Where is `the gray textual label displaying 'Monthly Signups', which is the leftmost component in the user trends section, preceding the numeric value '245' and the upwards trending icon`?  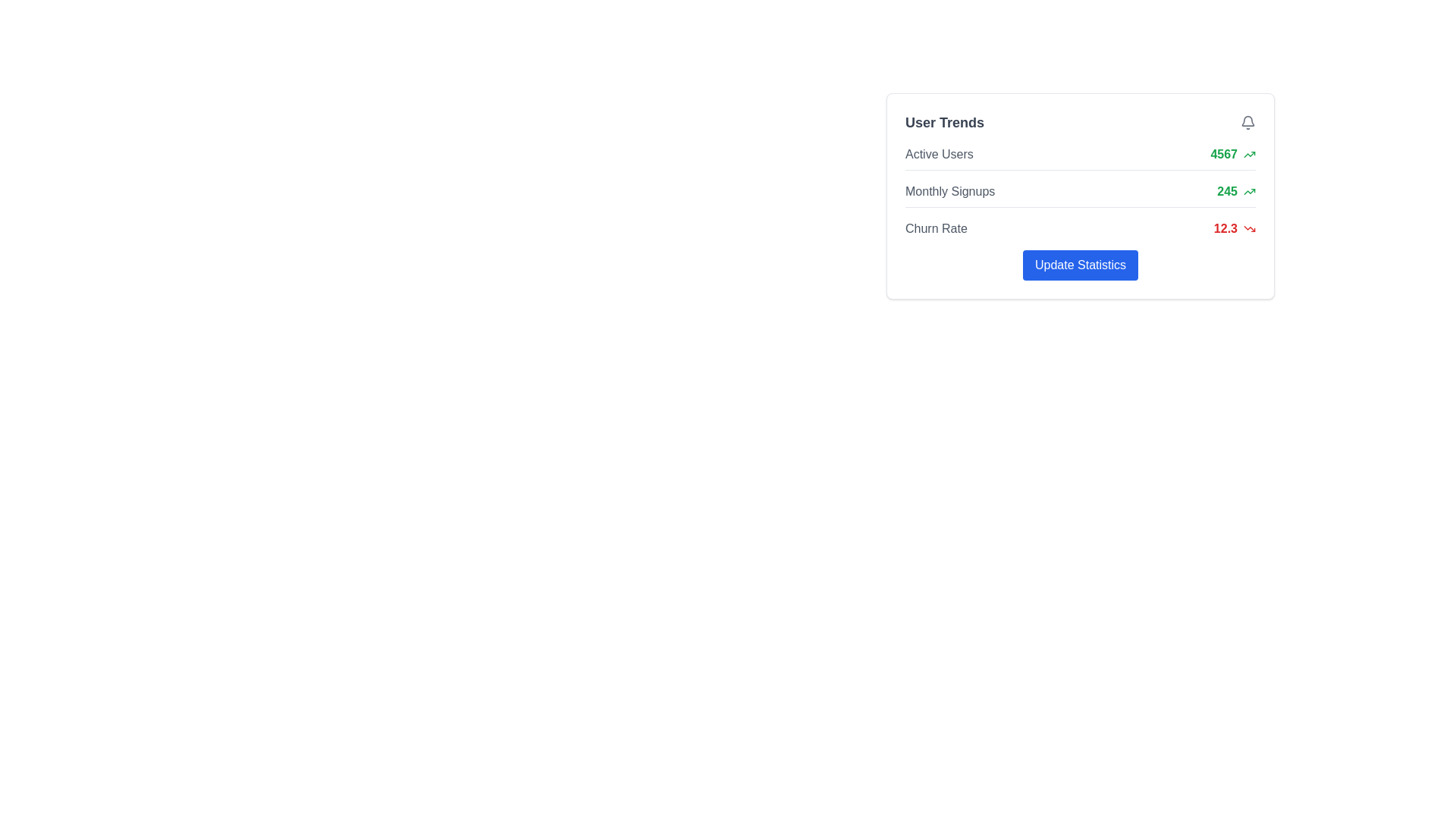
the gray textual label displaying 'Monthly Signups', which is the leftmost component in the user trends section, preceding the numeric value '245' and the upwards trending icon is located at coordinates (949, 191).